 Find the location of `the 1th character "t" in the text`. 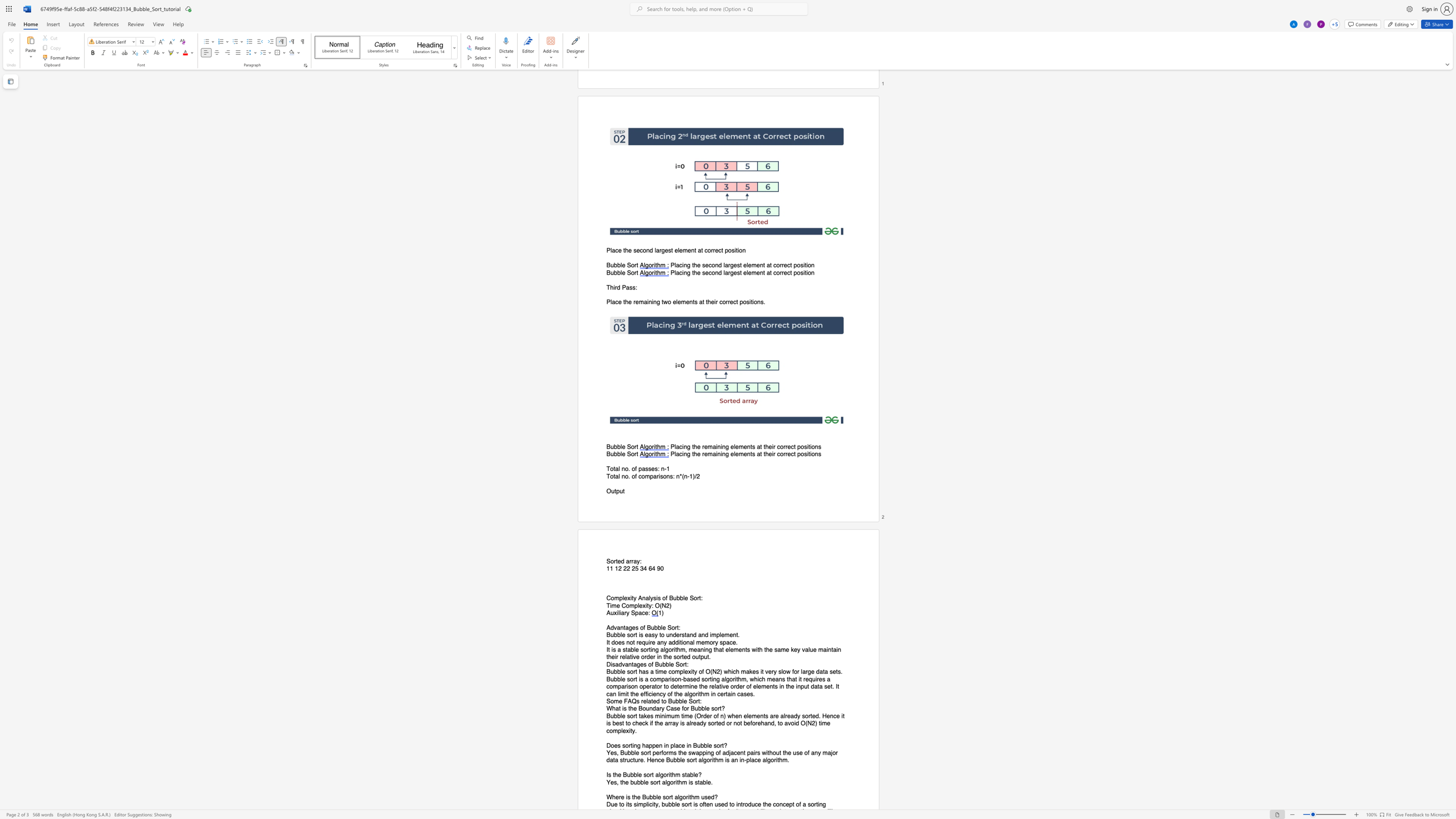

the 1th character "t" in the text is located at coordinates (823, 671).